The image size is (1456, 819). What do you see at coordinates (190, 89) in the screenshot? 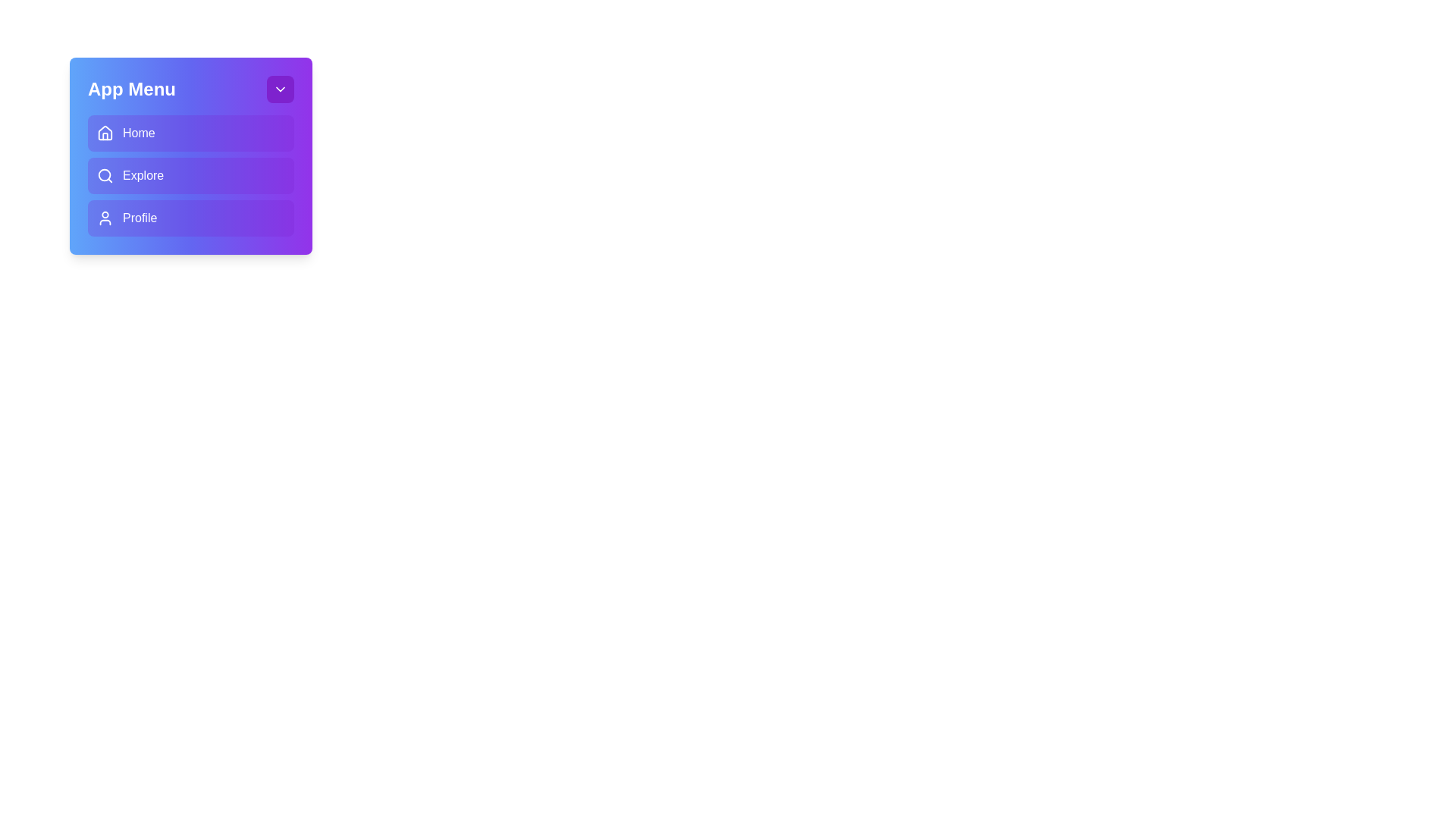
I see `the Dropdown Menu Header labeled 'App Menu'` at bounding box center [190, 89].